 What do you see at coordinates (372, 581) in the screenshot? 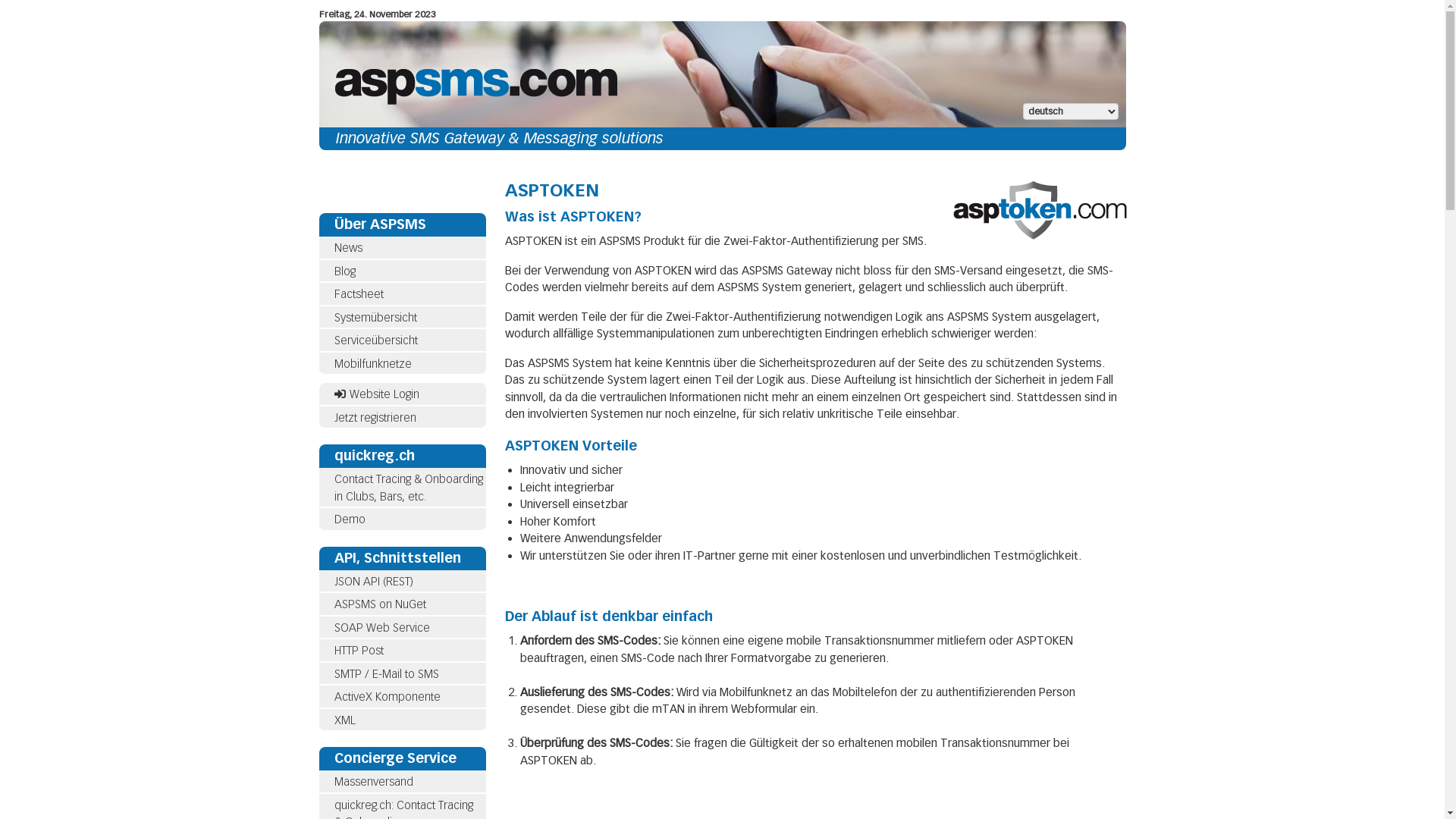
I see `'JSON API (REST)'` at bounding box center [372, 581].